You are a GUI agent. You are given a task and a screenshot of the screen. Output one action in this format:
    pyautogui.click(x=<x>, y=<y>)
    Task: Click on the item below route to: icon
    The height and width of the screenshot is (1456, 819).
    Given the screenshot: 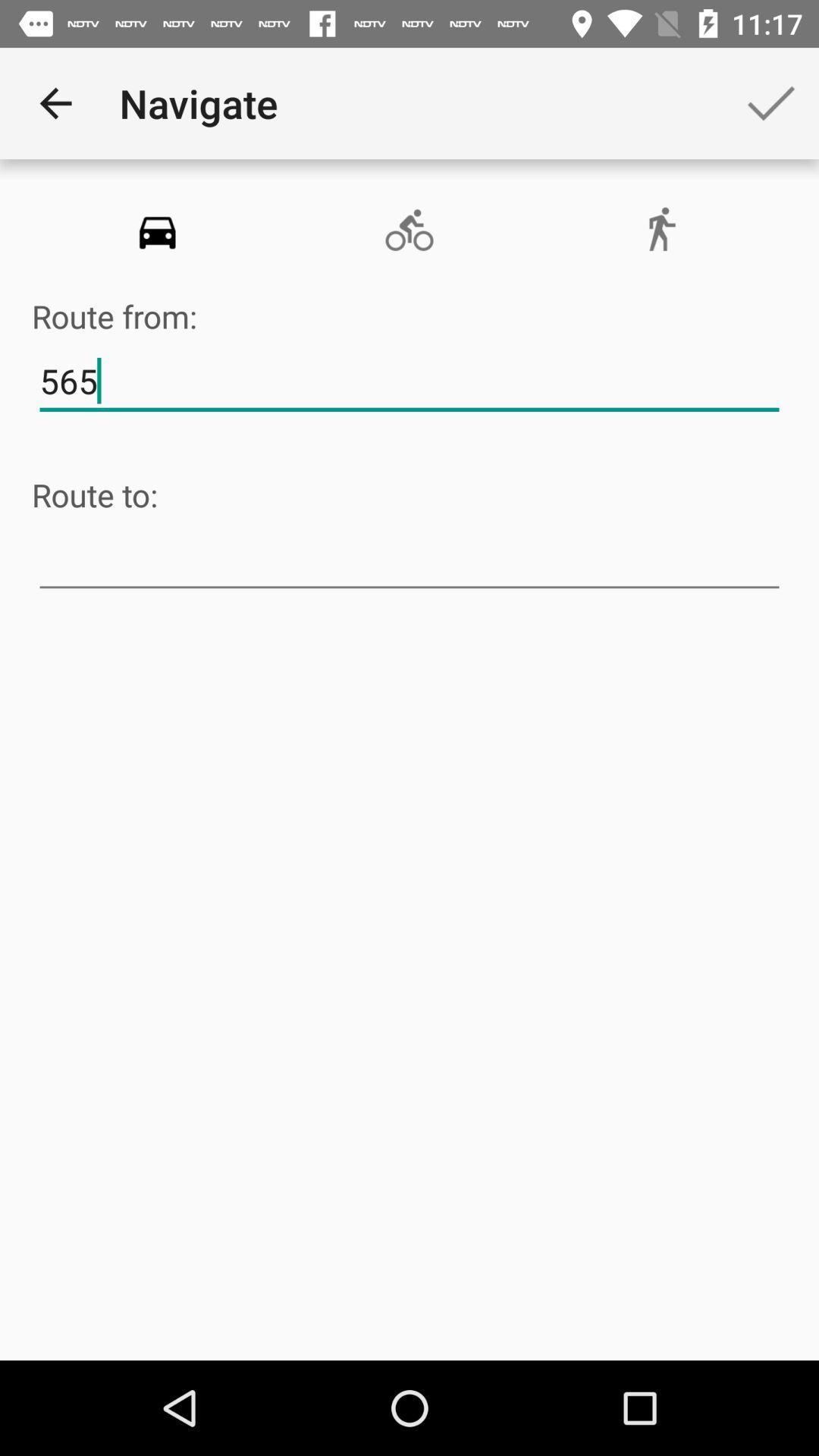 What is the action you would take?
    pyautogui.click(x=409, y=559)
    